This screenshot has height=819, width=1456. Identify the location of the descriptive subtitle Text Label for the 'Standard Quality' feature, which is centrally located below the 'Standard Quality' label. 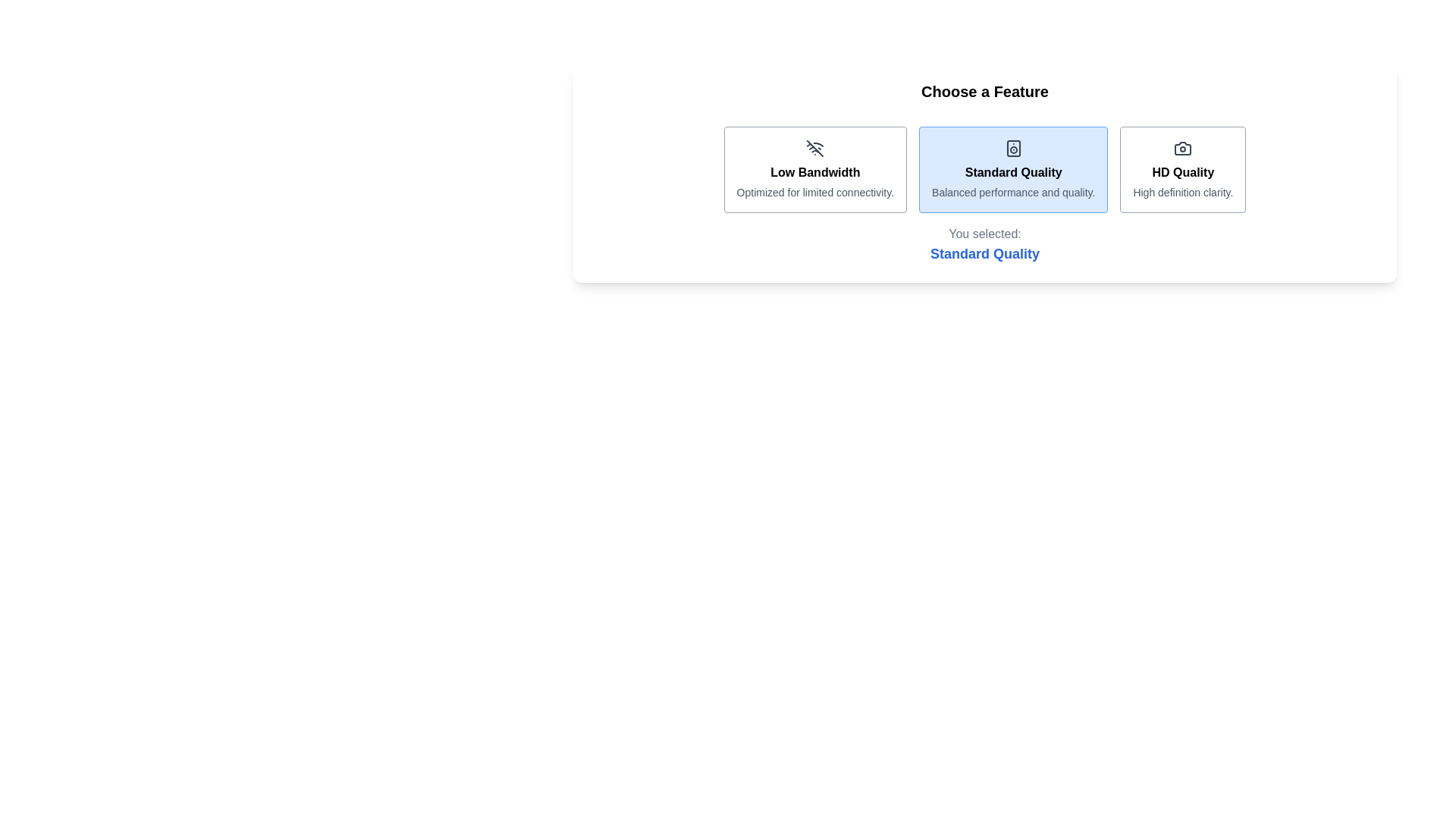
(1013, 192).